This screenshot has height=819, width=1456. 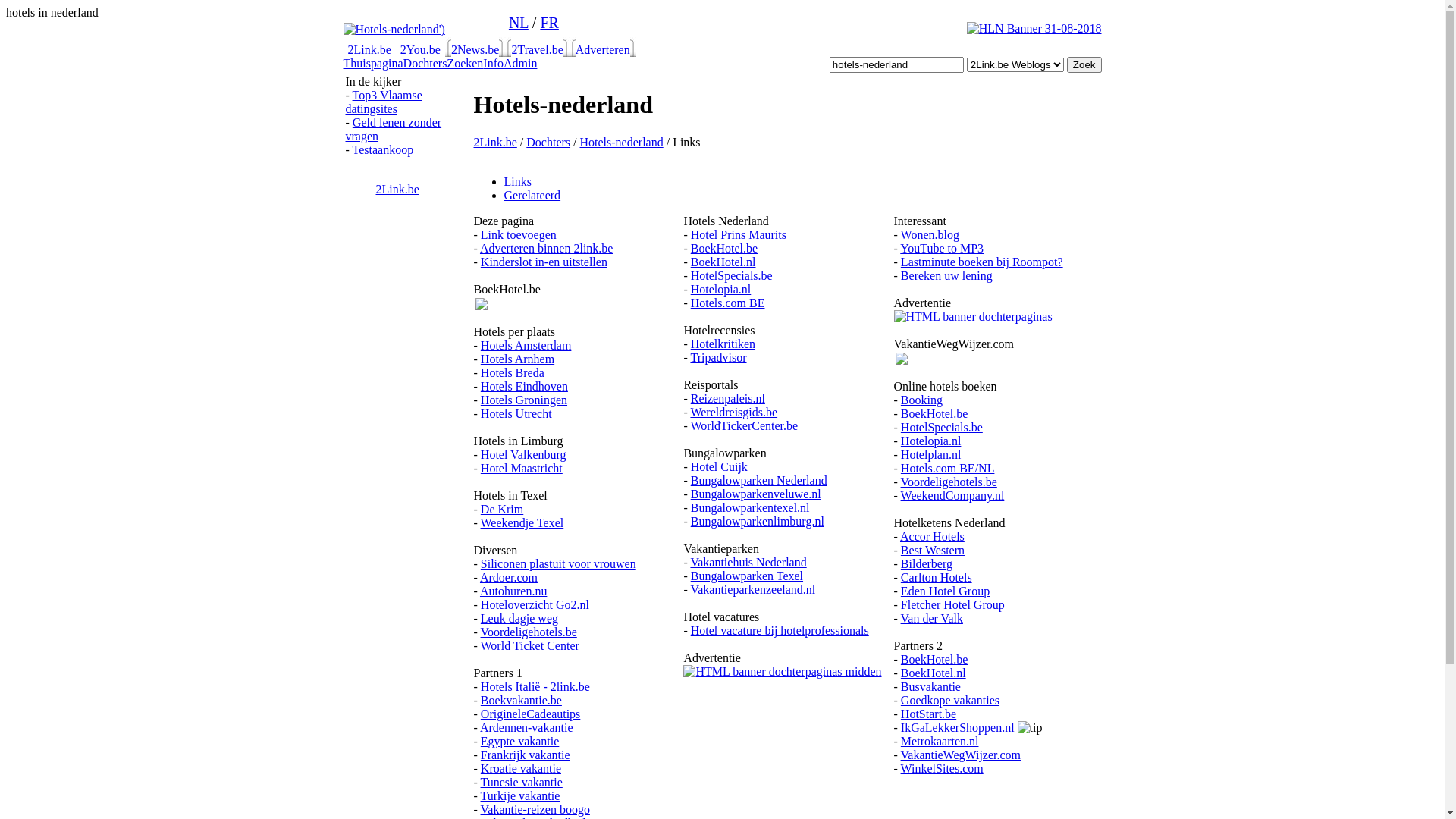 I want to click on 'Gerelateerd', so click(x=532, y=194).